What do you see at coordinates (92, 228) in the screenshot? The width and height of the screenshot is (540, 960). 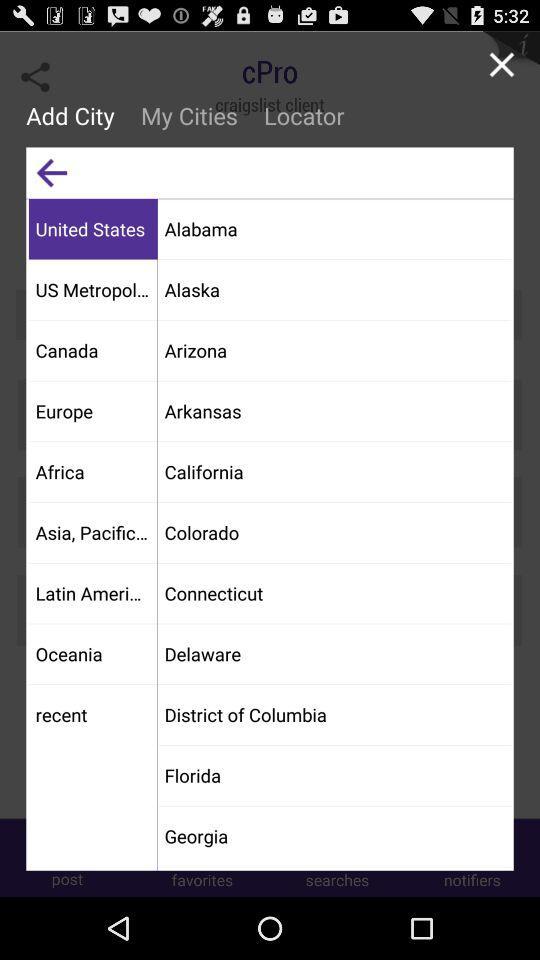 I see `the united states app` at bounding box center [92, 228].